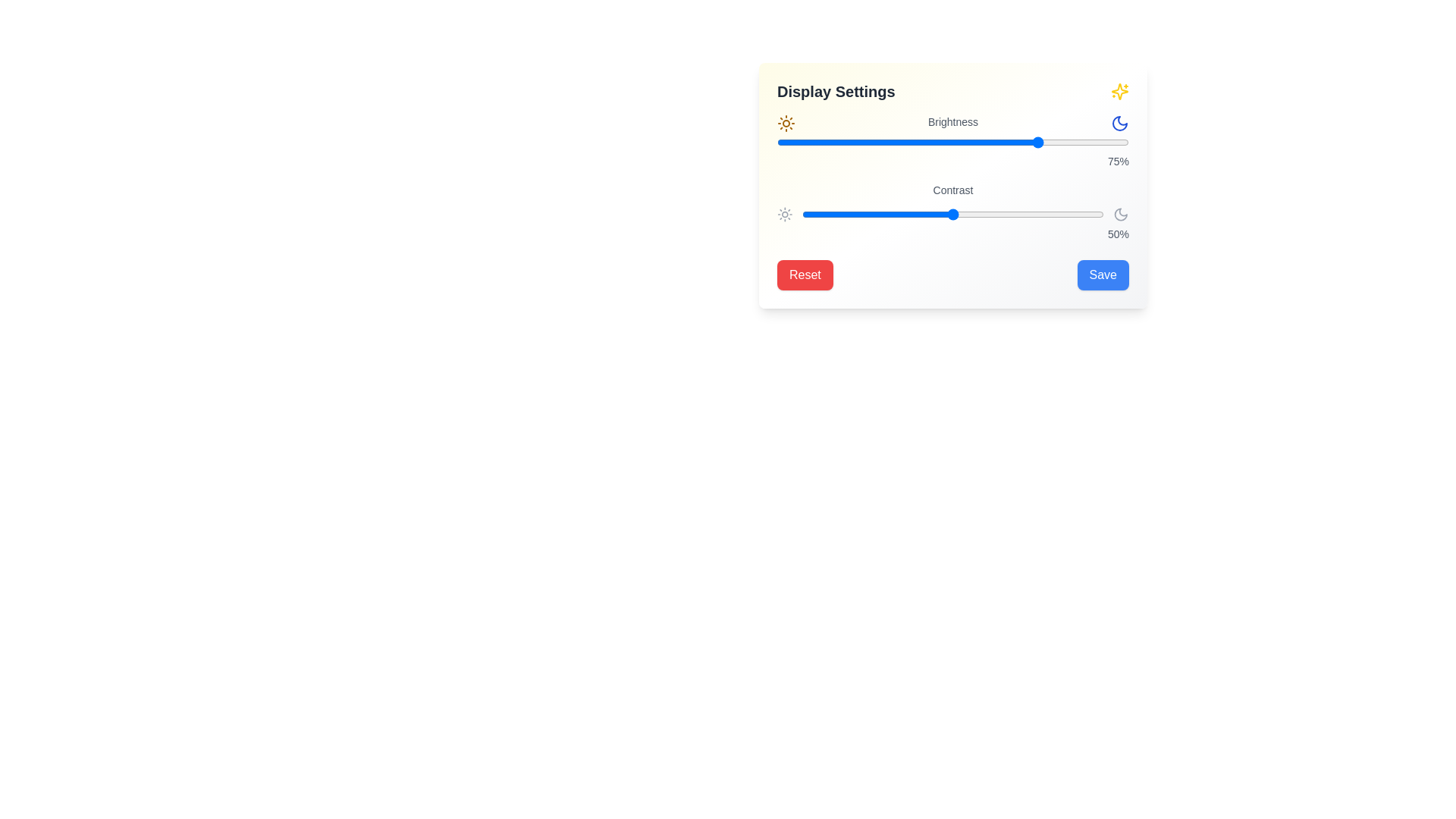 The height and width of the screenshot is (819, 1456). I want to click on the contrast level, so click(967, 214).